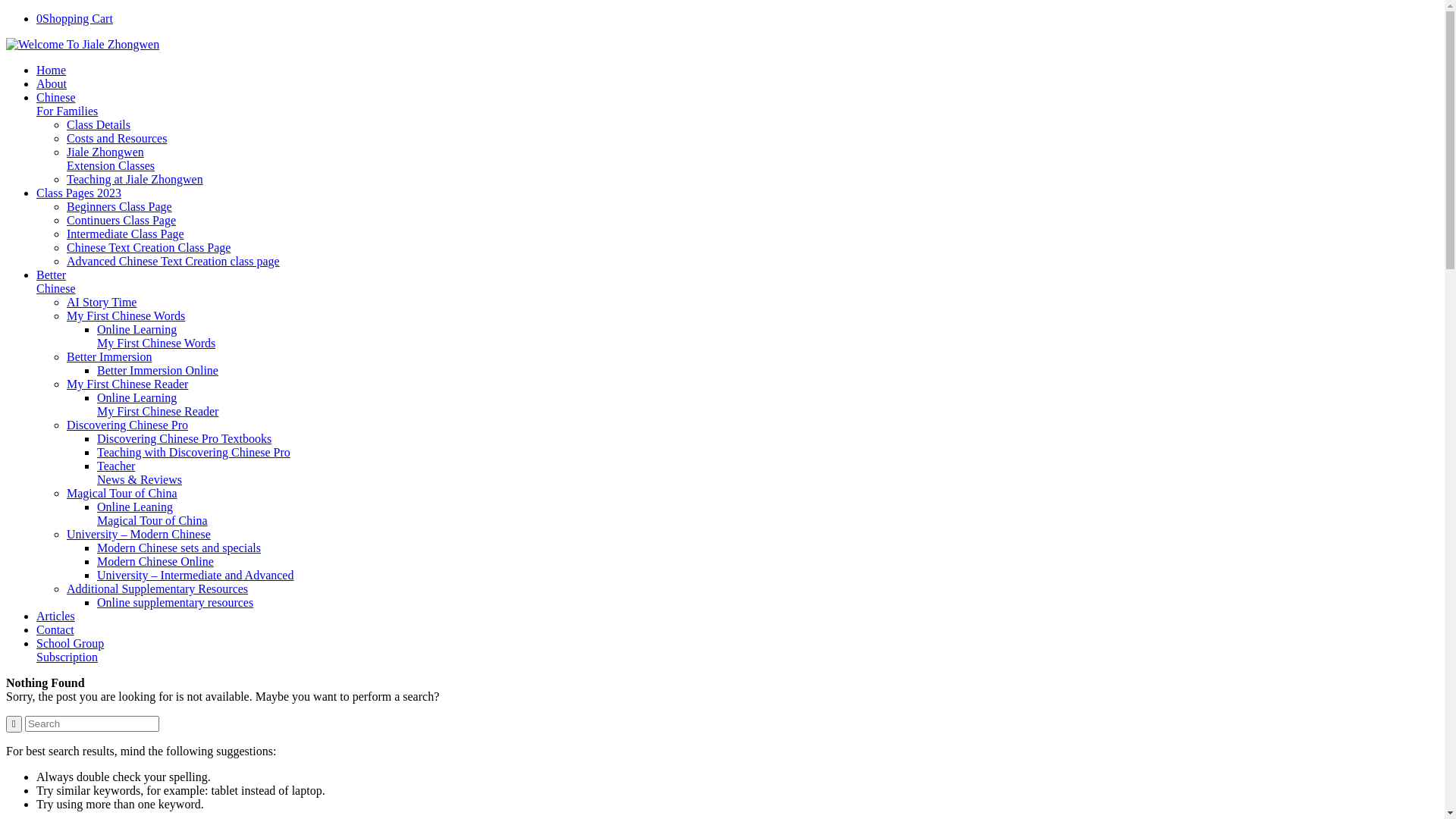  Describe the element at coordinates (157, 370) in the screenshot. I see `'Better Immersion Online'` at that location.